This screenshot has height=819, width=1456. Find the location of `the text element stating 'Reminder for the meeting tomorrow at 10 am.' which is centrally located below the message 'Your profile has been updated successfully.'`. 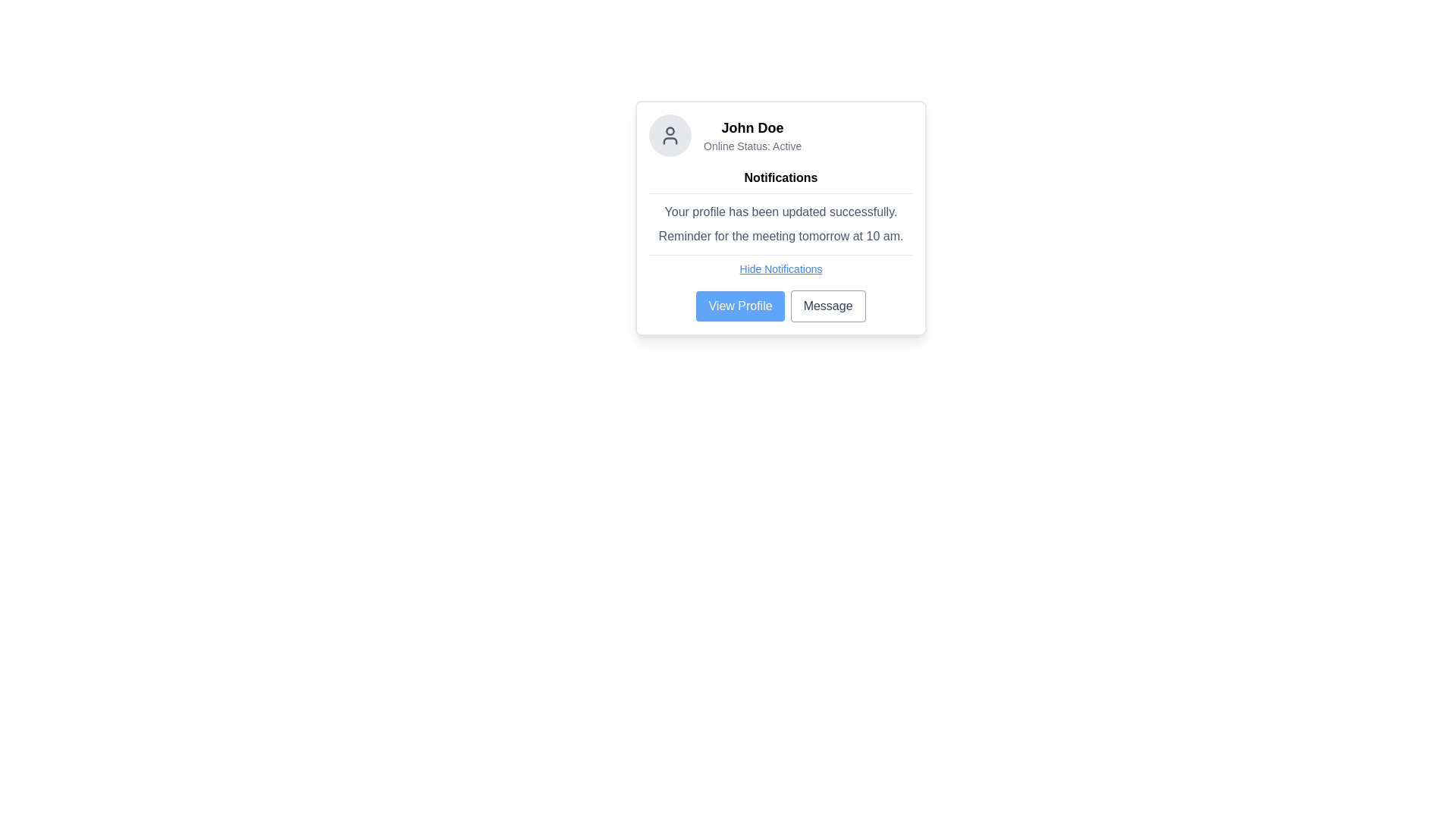

the text element stating 'Reminder for the meeting tomorrow at 10 am.' which is centrally located below the message 'Your profile has been updated successfully.' is located at coordinates (781, 237).